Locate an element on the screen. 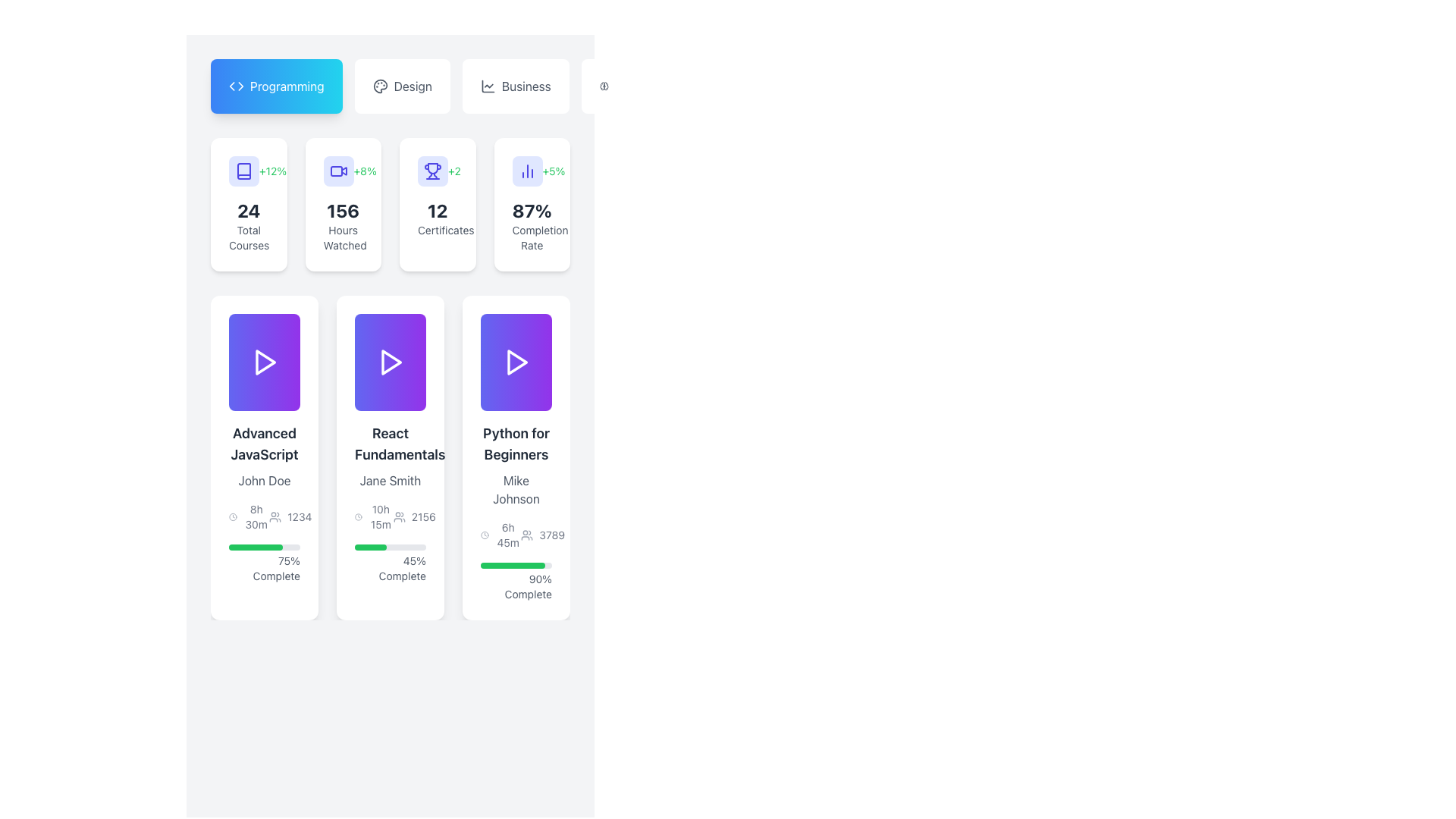 The image size is (1456, 819). the static text displaying the duration of the 'React Fundamentals' course, which is located in the center panel of the course card, below the title and user name, and above the progress bar is located at coordinates (381, 516).